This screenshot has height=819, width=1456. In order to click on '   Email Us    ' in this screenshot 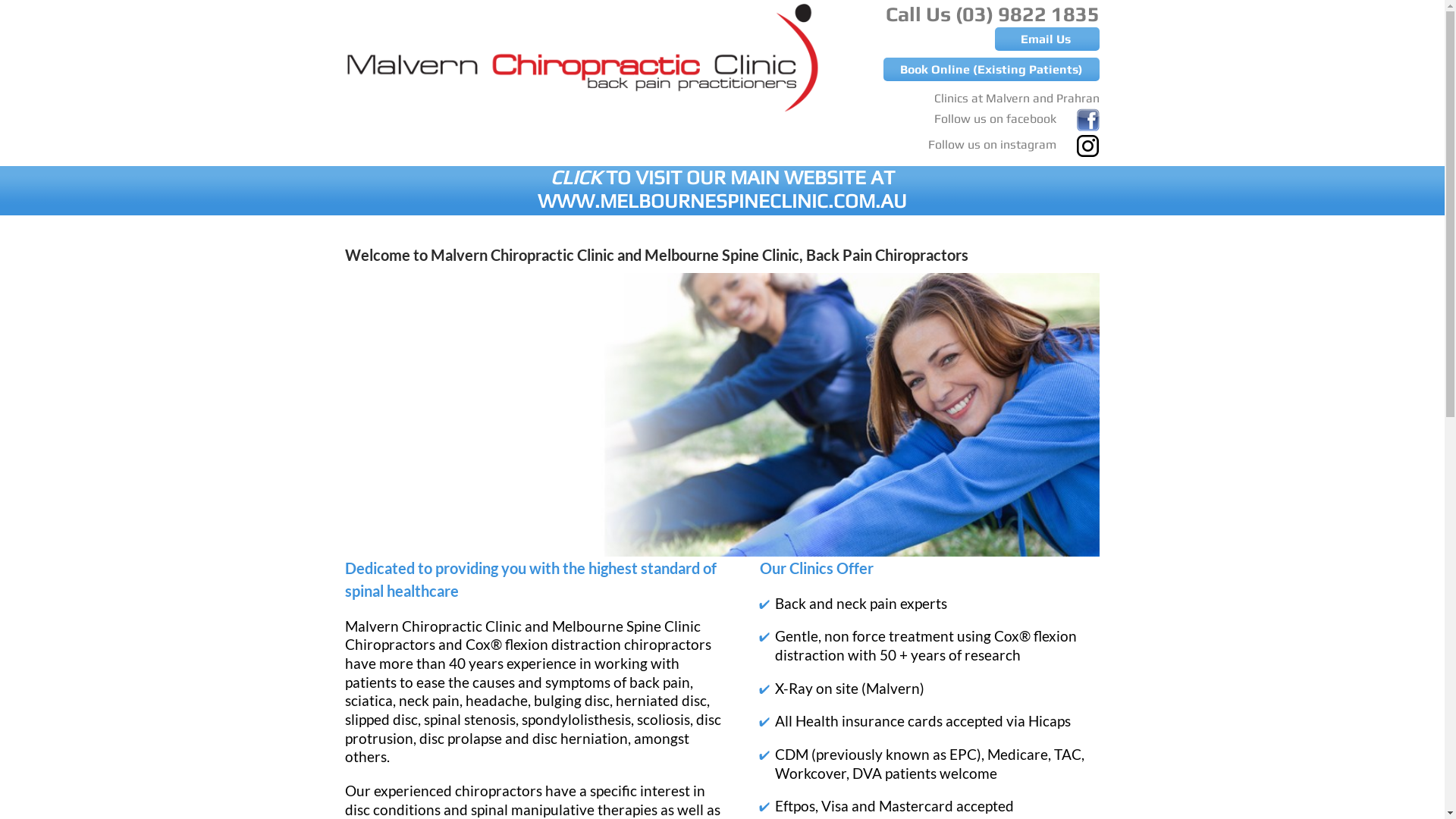, I will do `click(1046, 38)`.